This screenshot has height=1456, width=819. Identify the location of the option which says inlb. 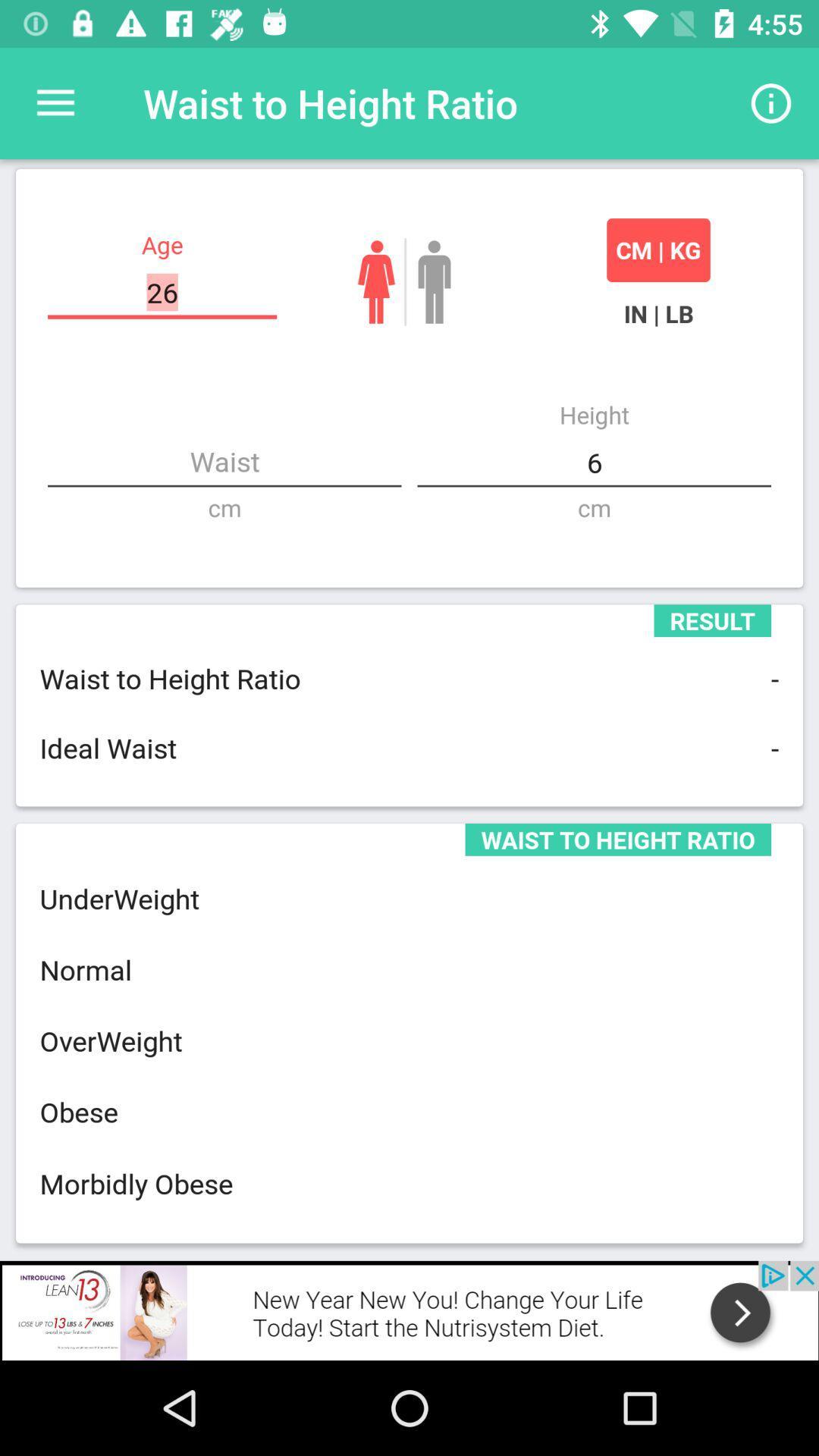
(657, 312).